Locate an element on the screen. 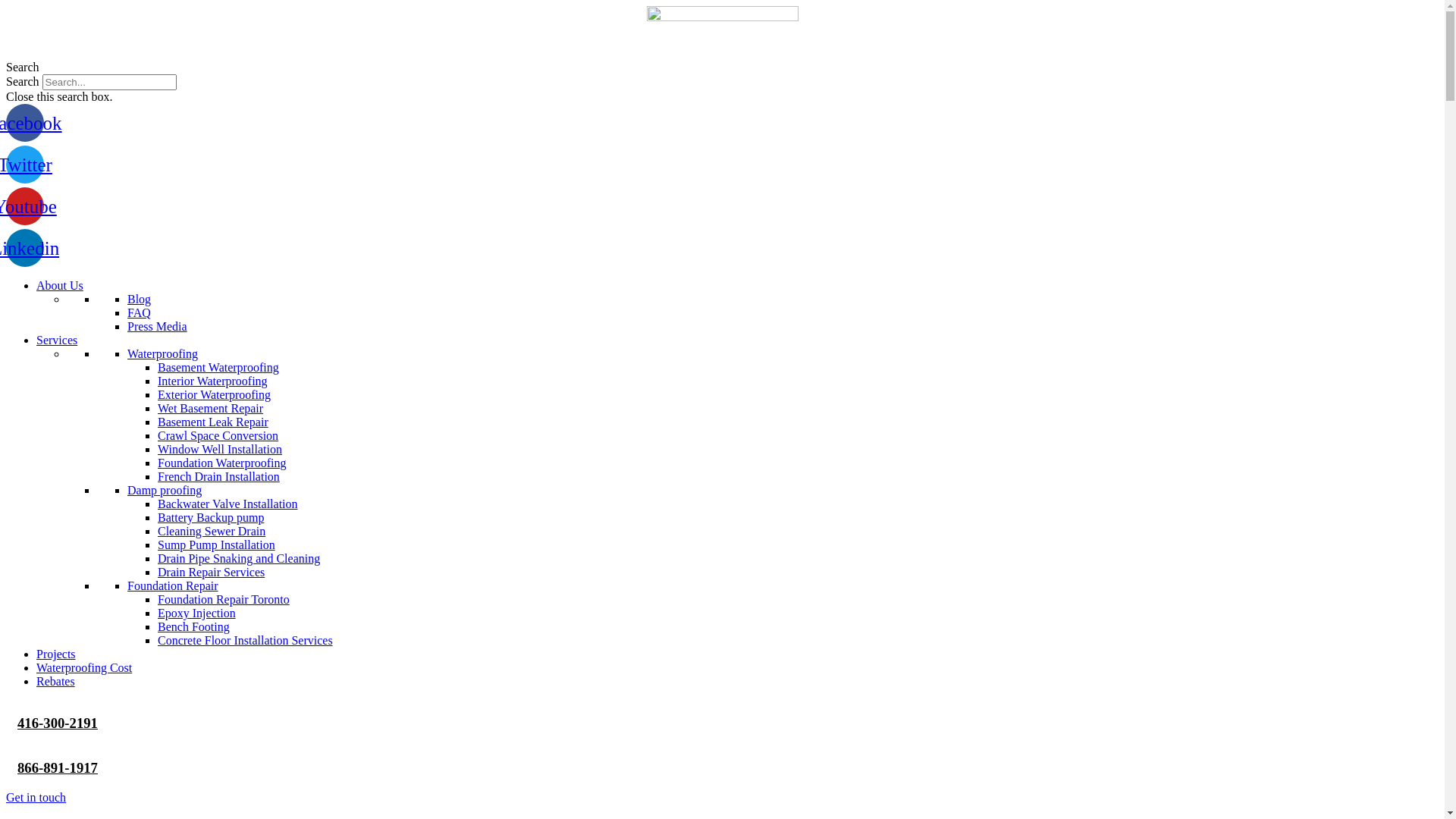 The width and height of the screenshot is (1456, 819). 'Cleaning Sewer Drain' is located at coordinates (210, 530).